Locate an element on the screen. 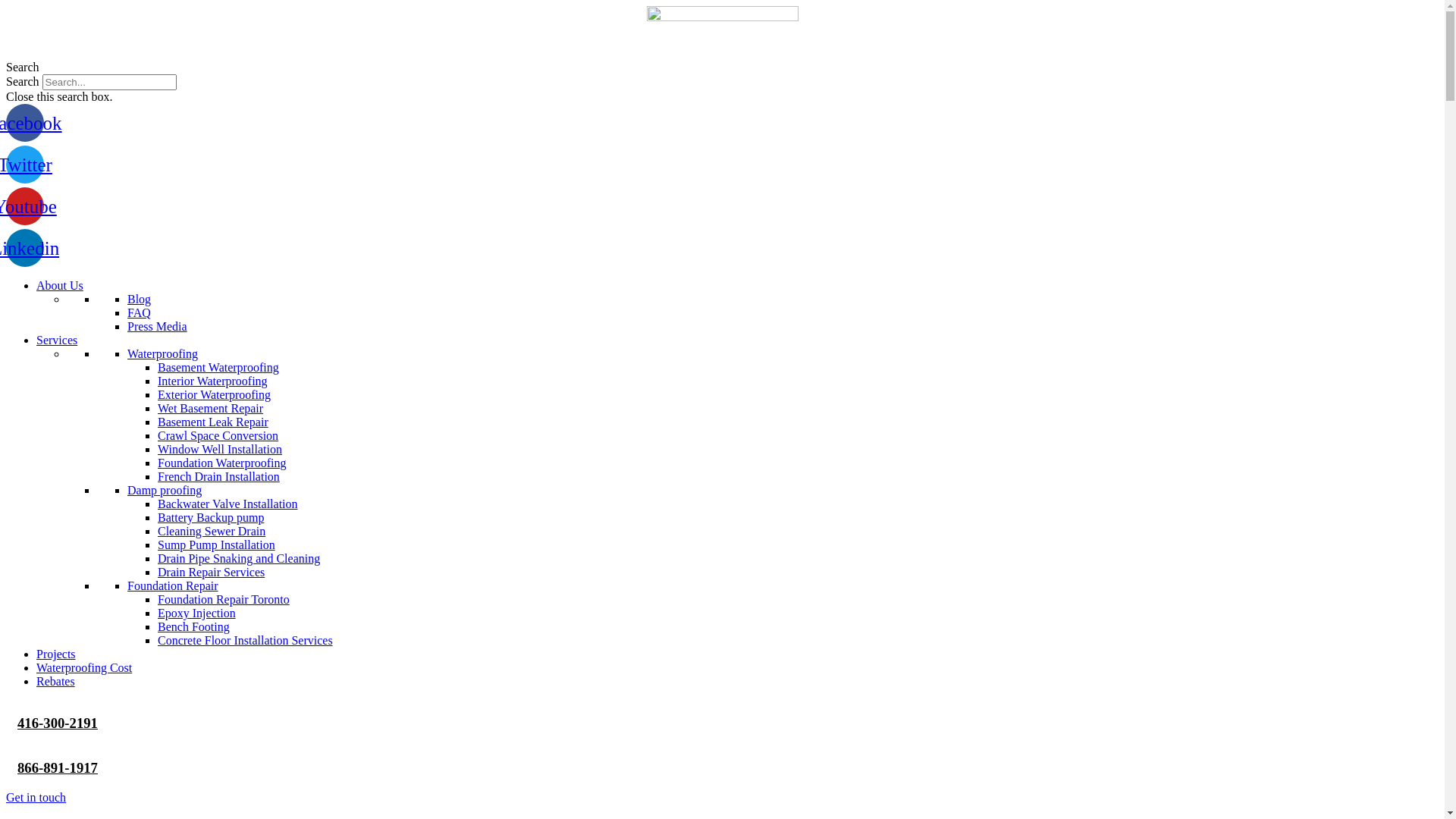 The width and height of the screenshot is (1456, 819). 'Cleaning Sewer Drain' is located at coordinates (210, 530).